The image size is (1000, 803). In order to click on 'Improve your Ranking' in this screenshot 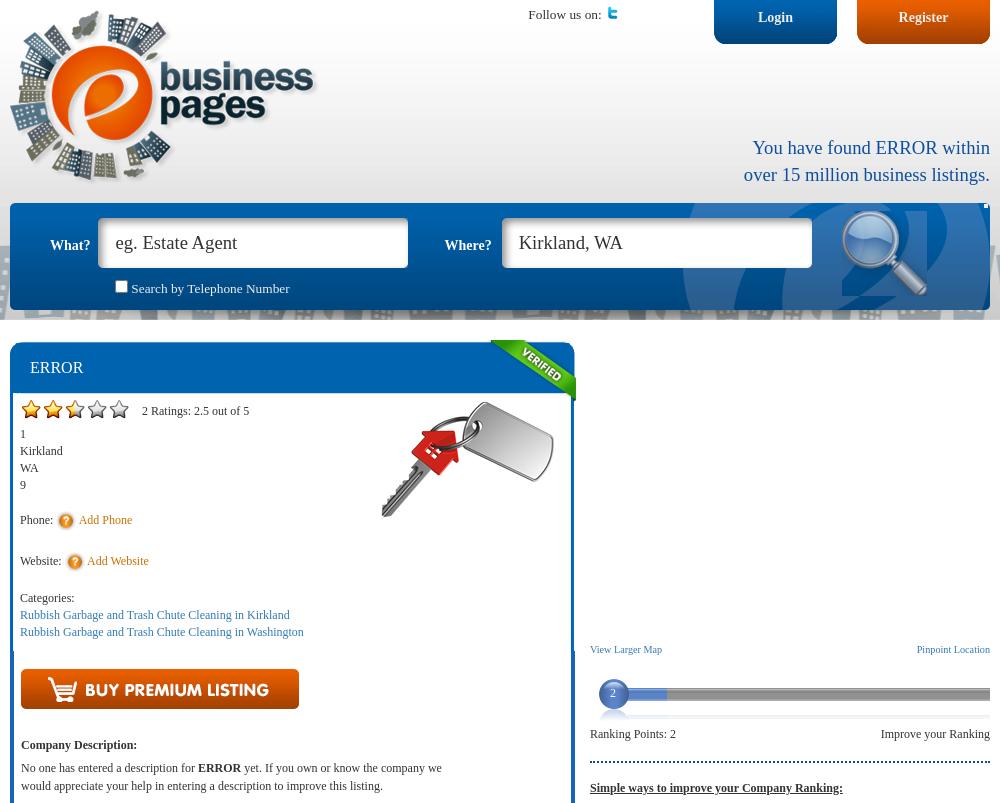, I will do `click(935, 734)`.